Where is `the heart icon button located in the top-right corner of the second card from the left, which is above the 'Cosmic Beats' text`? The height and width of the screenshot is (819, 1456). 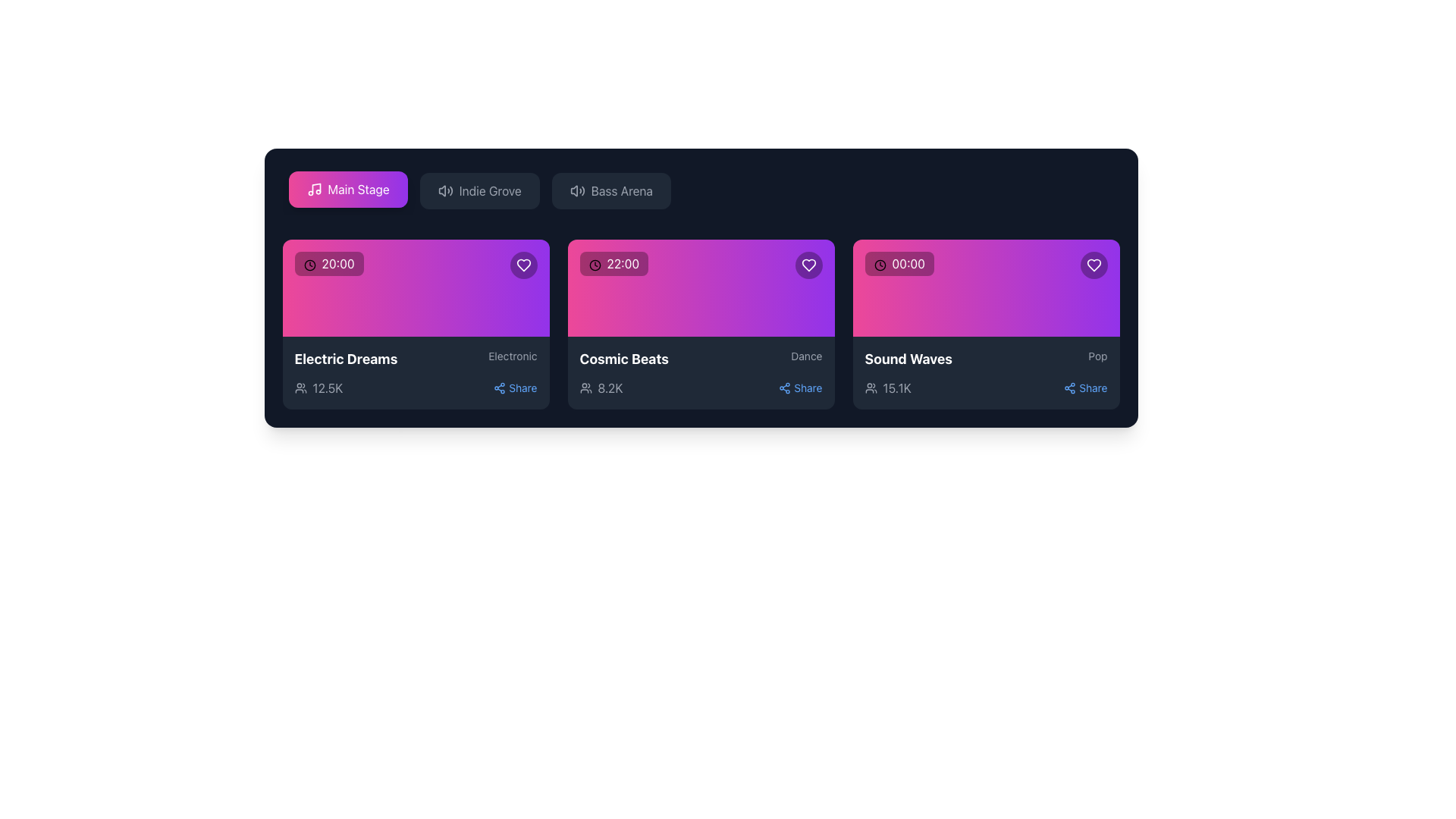
the heart icon button located in the top-right corner of the second card from the left, which is above the 'Cosmic Beats' text is located at coordinates (808, 265).